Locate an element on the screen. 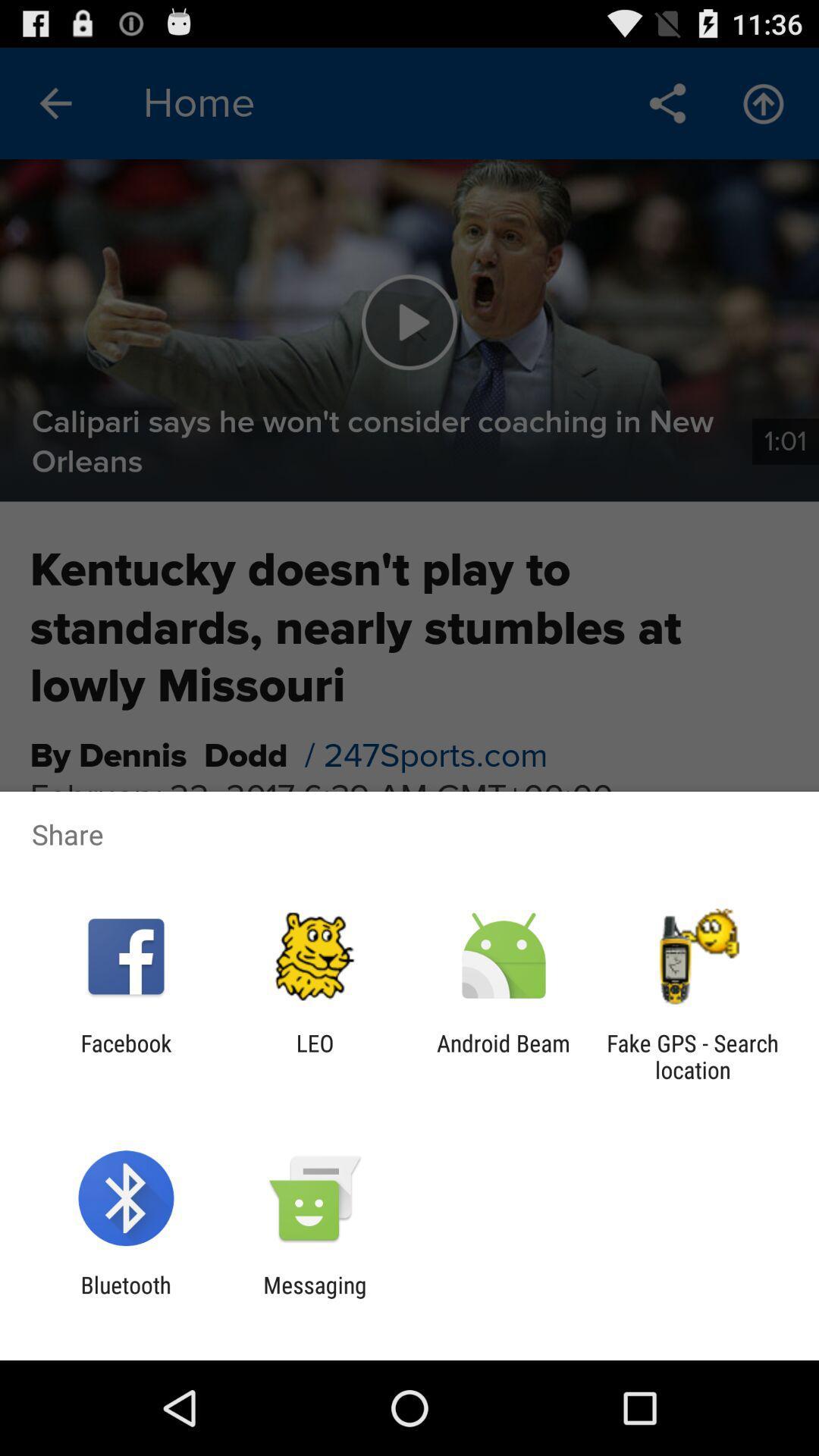 Image resolution: width=819 pixels, height=1456 pixels. the app to the left of the fake gps search icon is located at coordinates (504, 1056).